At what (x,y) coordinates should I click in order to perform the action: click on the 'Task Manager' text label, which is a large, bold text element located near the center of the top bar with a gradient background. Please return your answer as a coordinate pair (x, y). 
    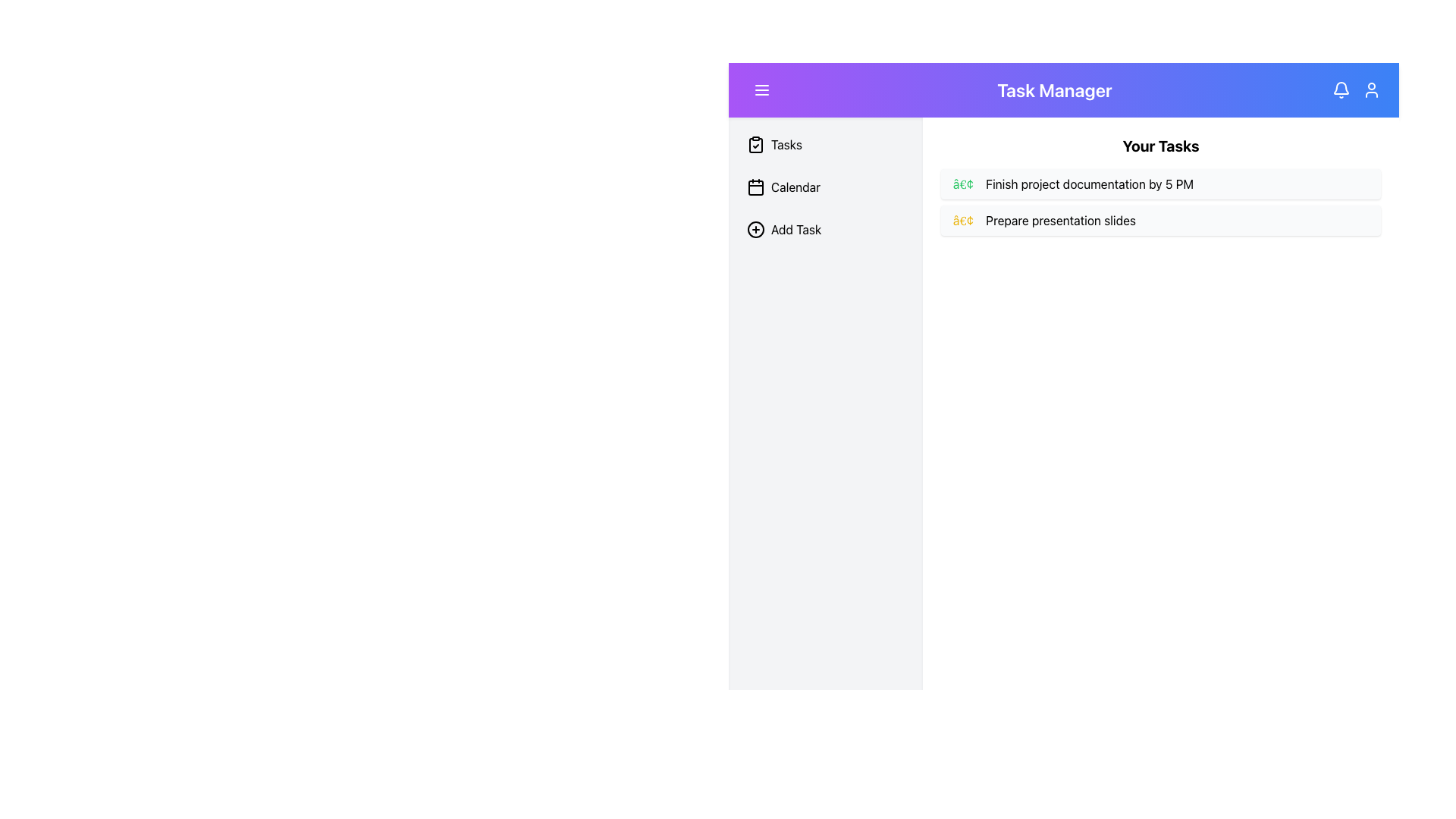
    Looking at the image, I should click on (1054, 90).